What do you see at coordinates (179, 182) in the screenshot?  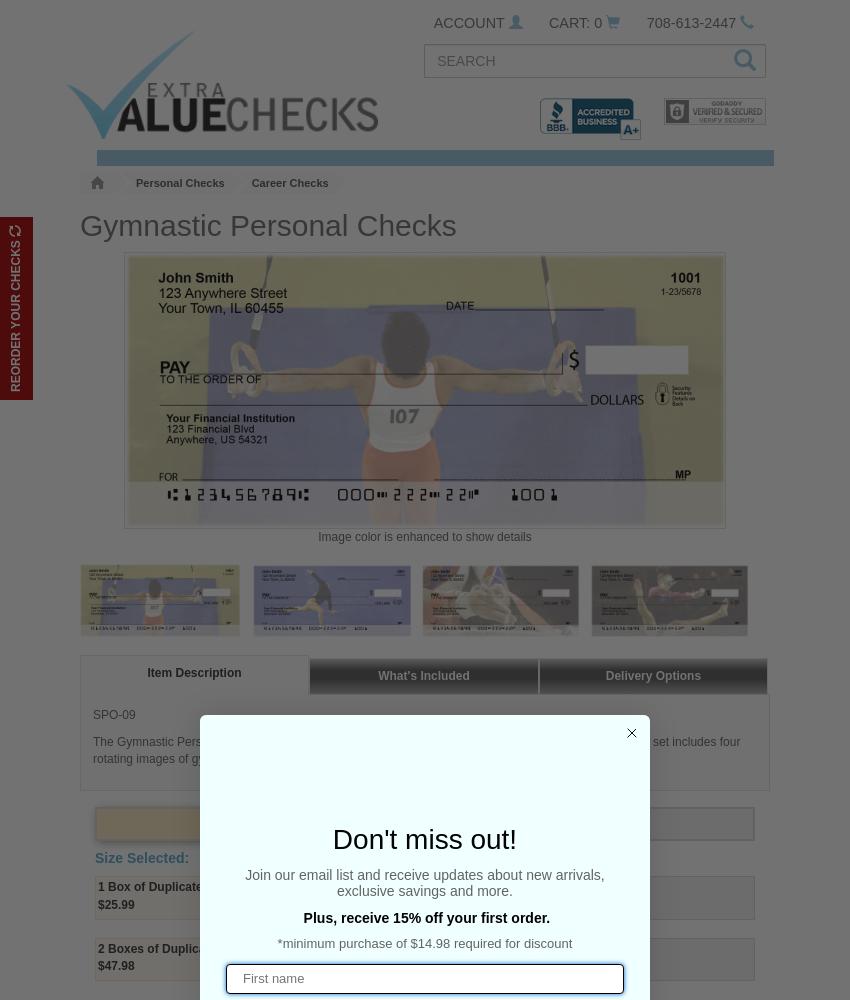 I see `'Personal Checks'` at bounding box center [179, 182].